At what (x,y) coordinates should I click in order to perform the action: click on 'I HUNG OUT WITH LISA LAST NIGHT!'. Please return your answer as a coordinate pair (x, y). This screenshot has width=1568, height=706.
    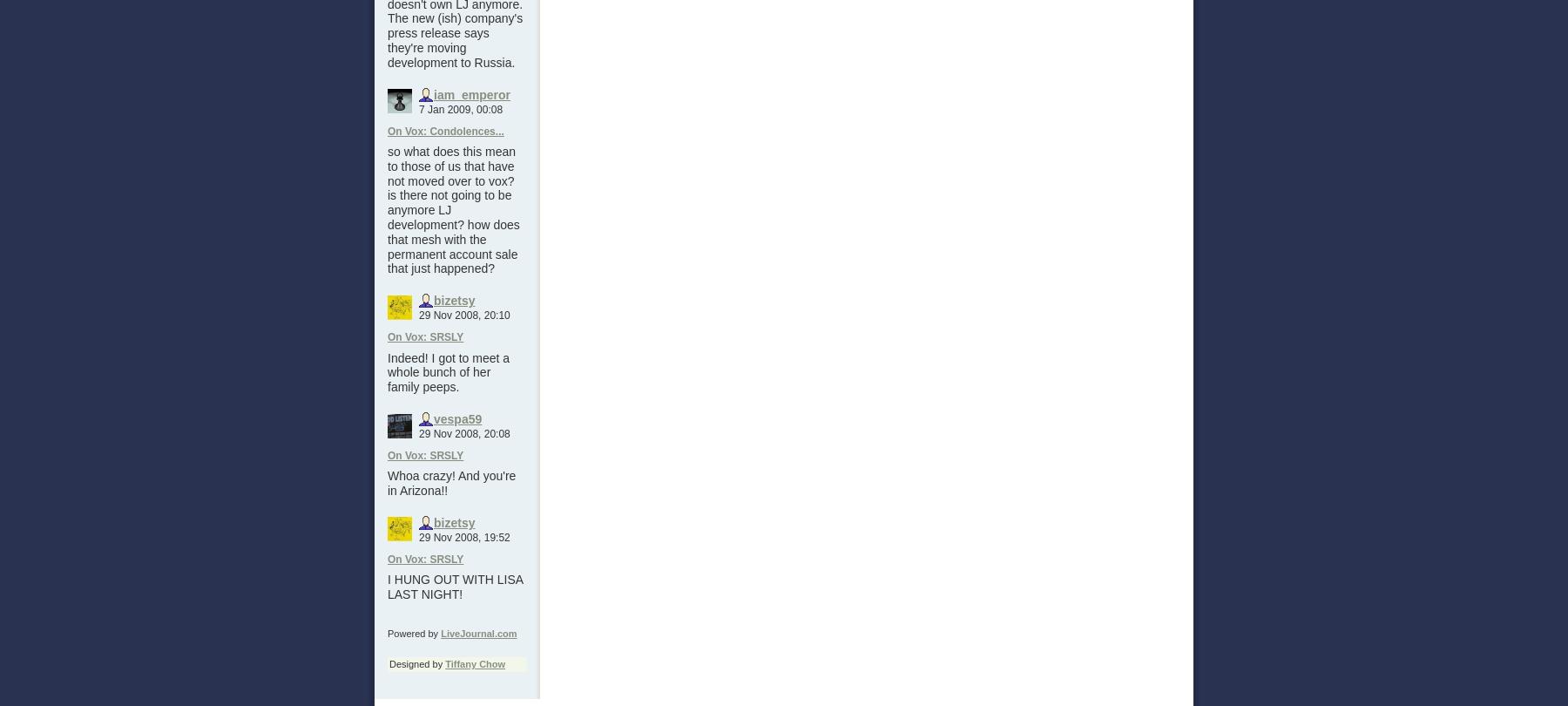
    Looking at the image, I should click on (454, 586).